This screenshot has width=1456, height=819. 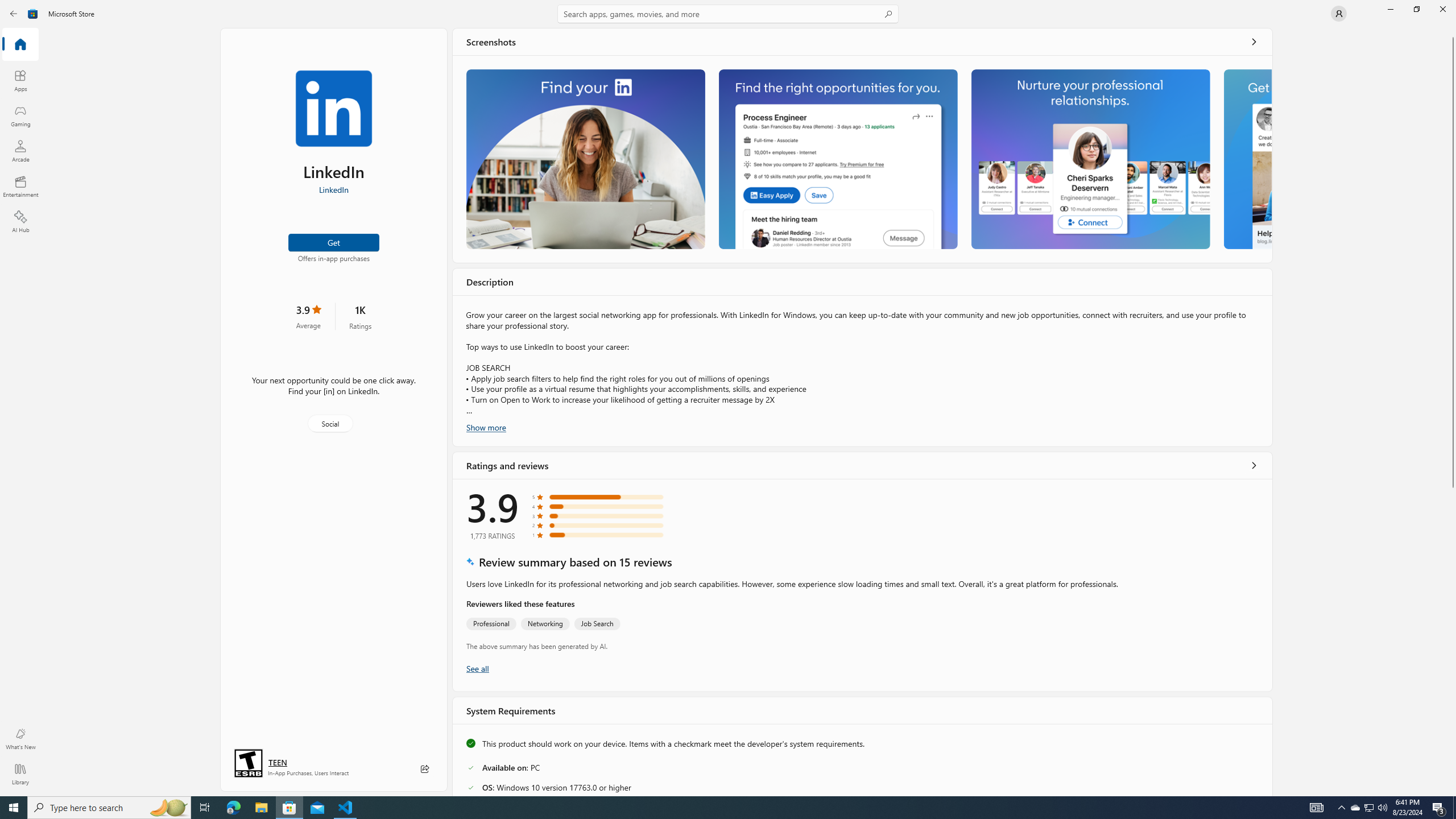 I want to click on 'Vertical Large Increase', so click(x=1451, y=638).